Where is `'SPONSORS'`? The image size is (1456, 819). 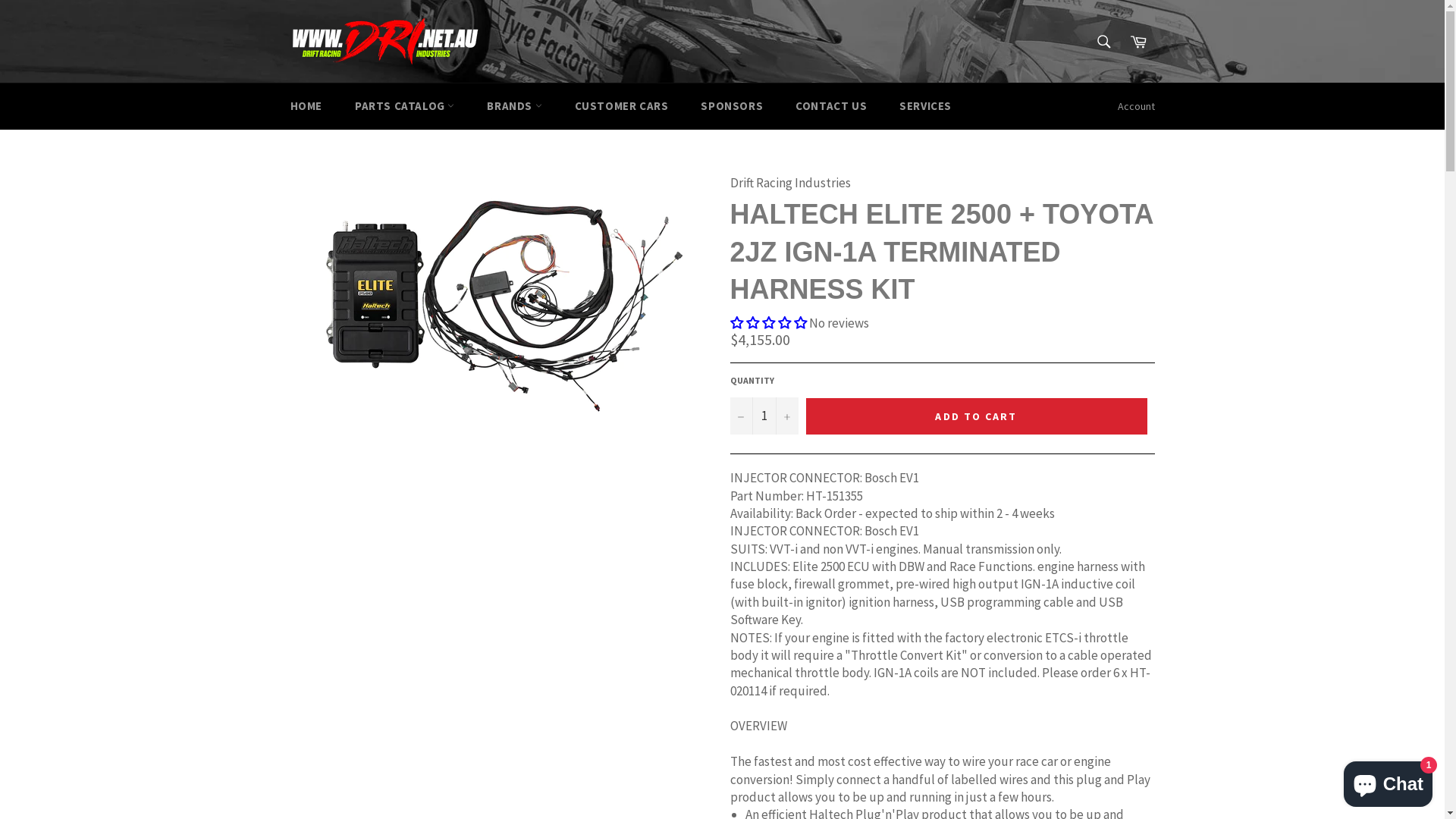 'SPONSORS' is located at coordinates (731, 105).